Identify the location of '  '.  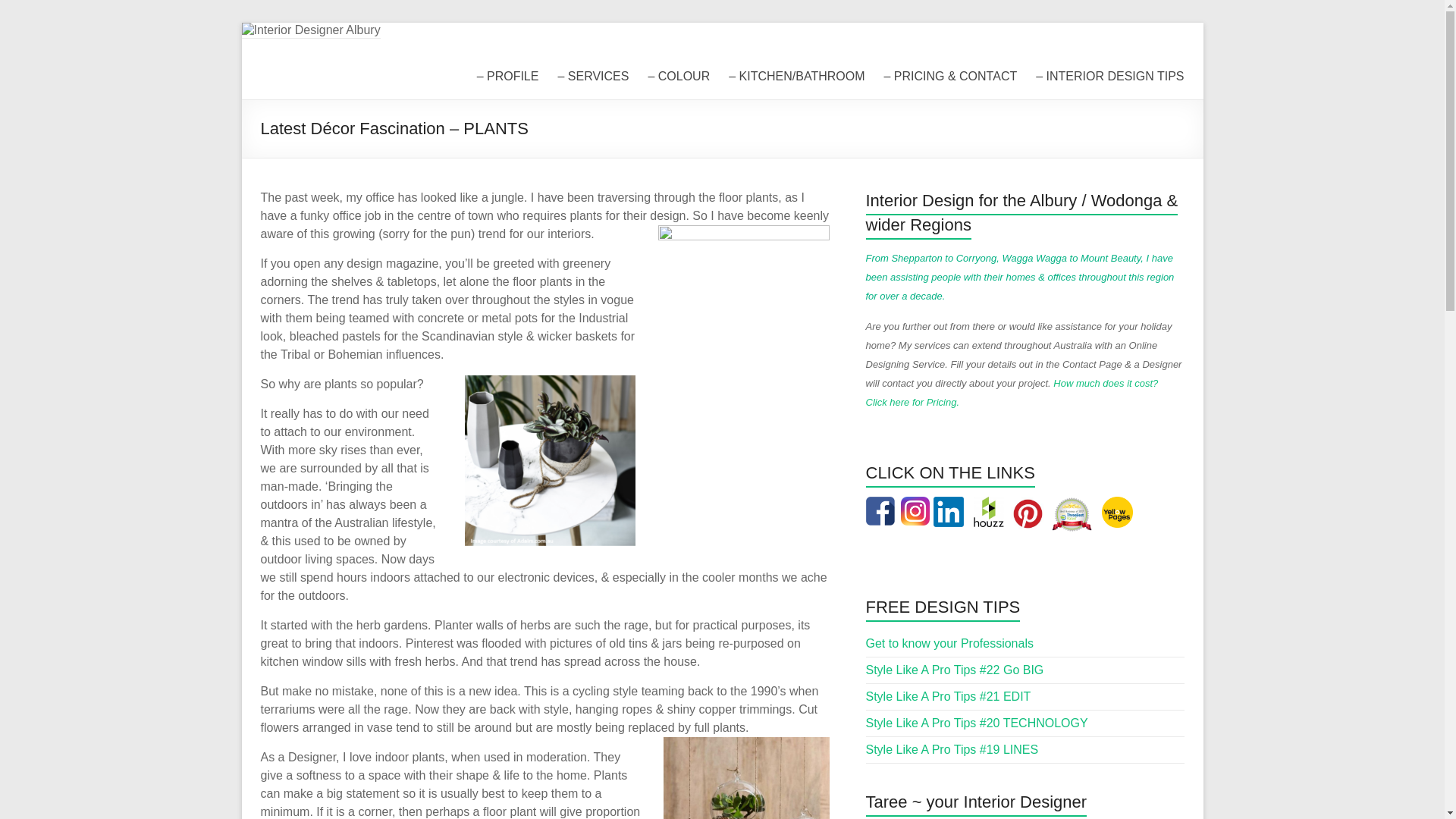
(883, 505).